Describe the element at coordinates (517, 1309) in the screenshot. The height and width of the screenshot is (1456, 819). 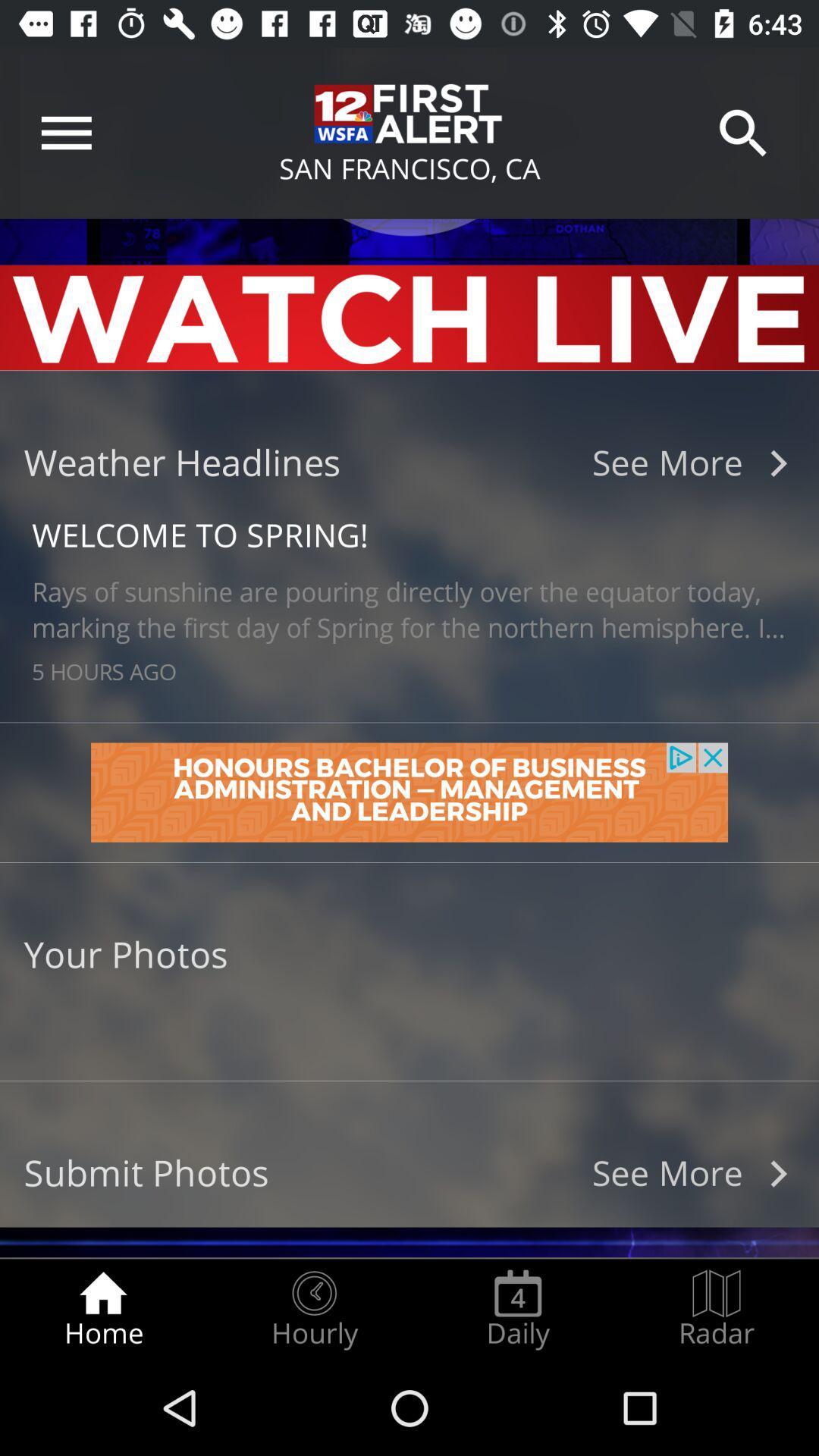
I see `the item to the right of the hourly radio button` at that location.